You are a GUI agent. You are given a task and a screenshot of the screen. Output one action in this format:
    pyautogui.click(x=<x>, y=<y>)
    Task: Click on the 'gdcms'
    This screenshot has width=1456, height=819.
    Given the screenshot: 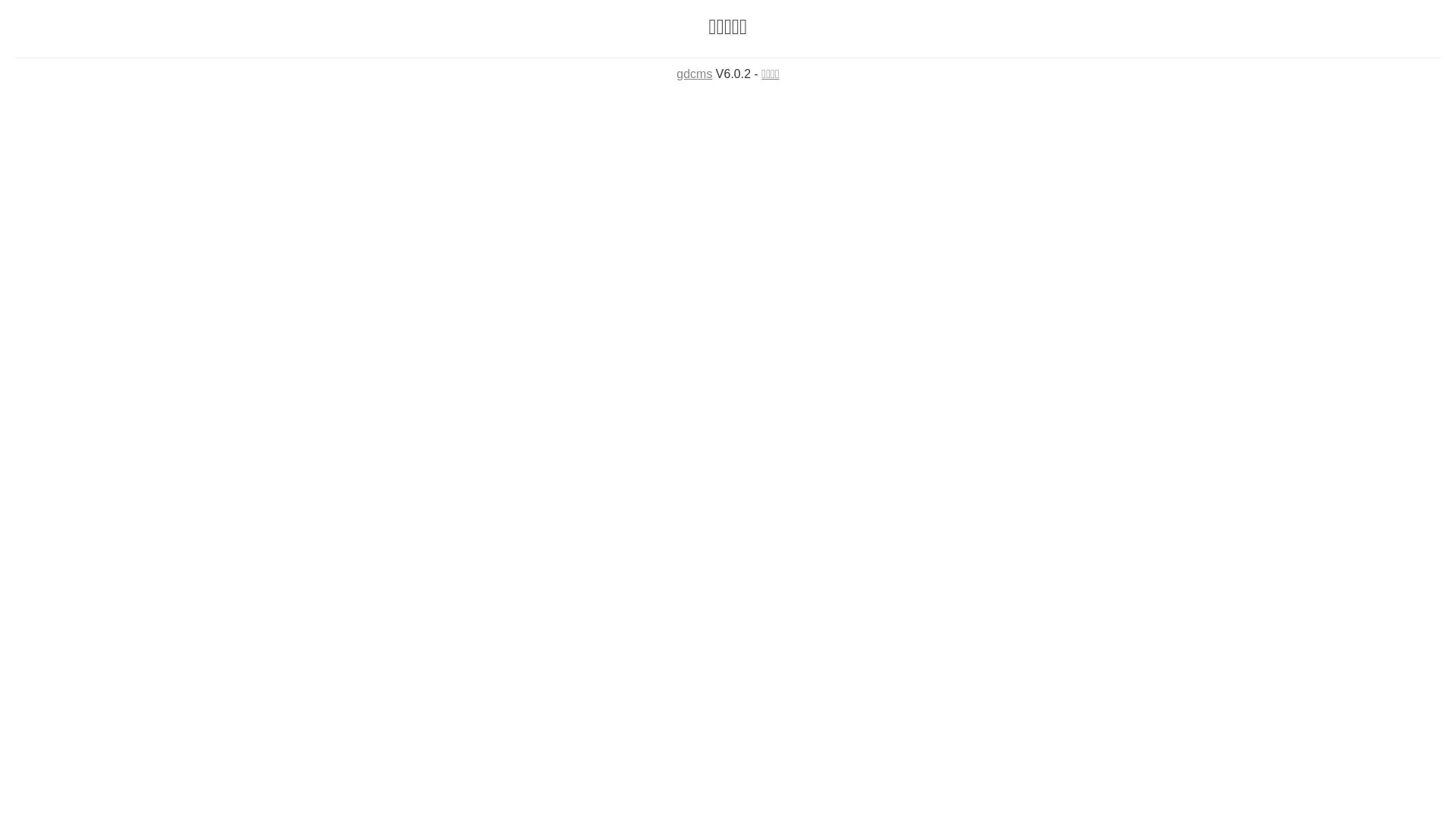 What is the action you would take?
    pyautogui.click(x=693, y=74)
    